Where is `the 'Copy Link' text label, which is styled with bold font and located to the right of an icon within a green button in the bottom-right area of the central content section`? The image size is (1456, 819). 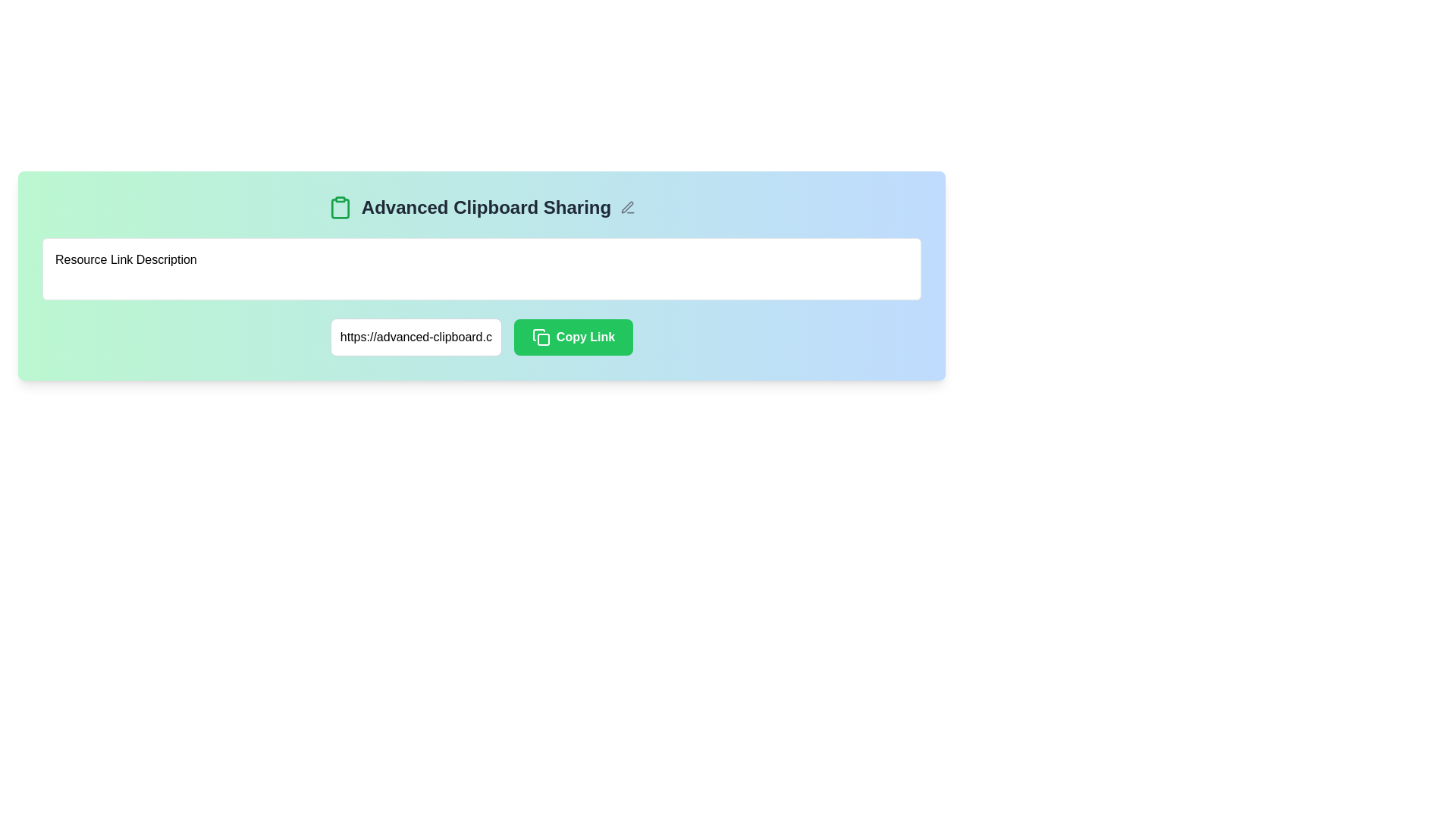 the 'Copy Link' text label, which is styled with bold font and located to the right of an icon within a green button in the bottom-right area of the central content section is located at coordinates (585, 336).